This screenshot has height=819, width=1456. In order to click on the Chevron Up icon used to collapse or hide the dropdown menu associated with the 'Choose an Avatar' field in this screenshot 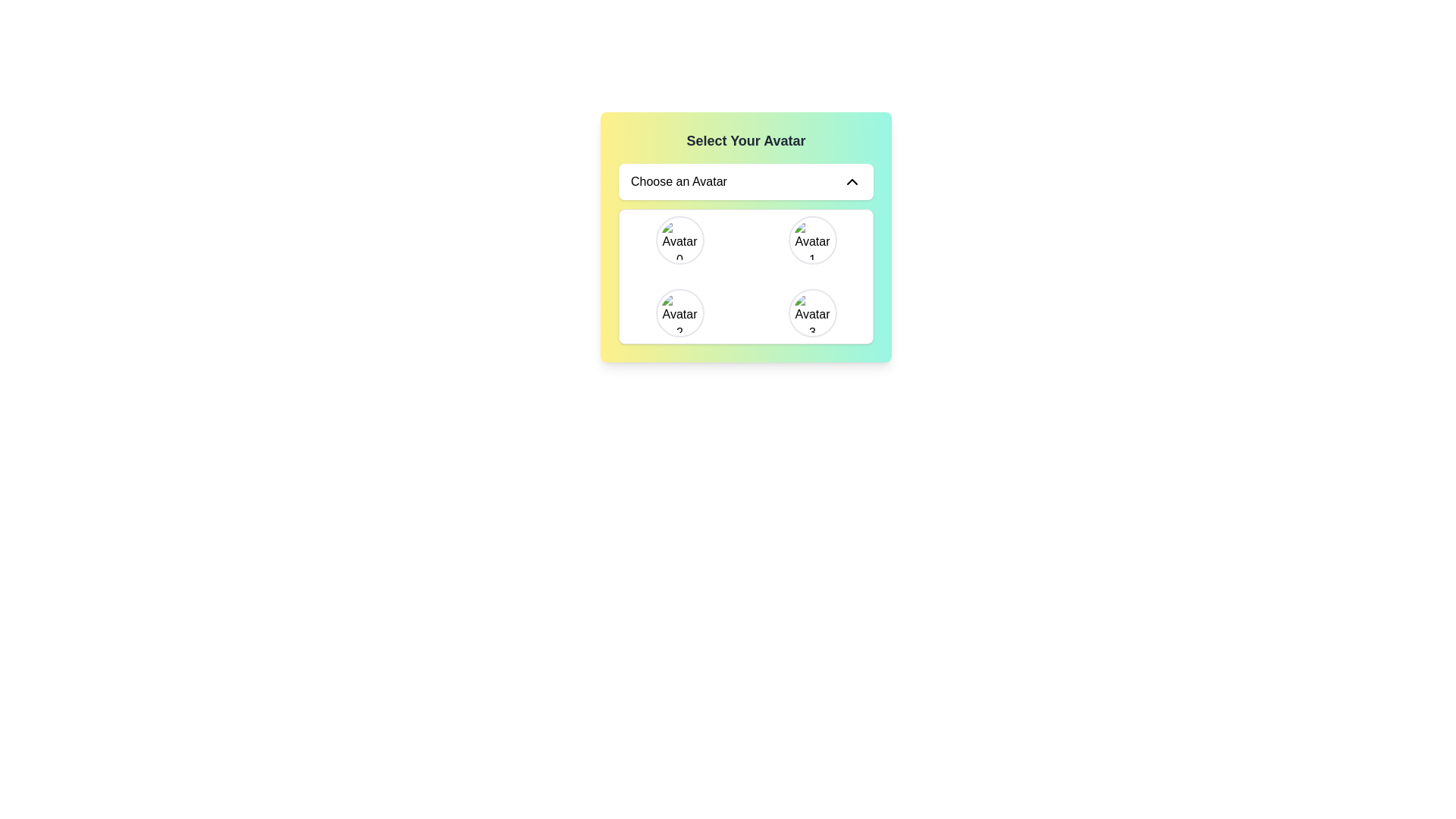, I will do `click(852, 180)`.